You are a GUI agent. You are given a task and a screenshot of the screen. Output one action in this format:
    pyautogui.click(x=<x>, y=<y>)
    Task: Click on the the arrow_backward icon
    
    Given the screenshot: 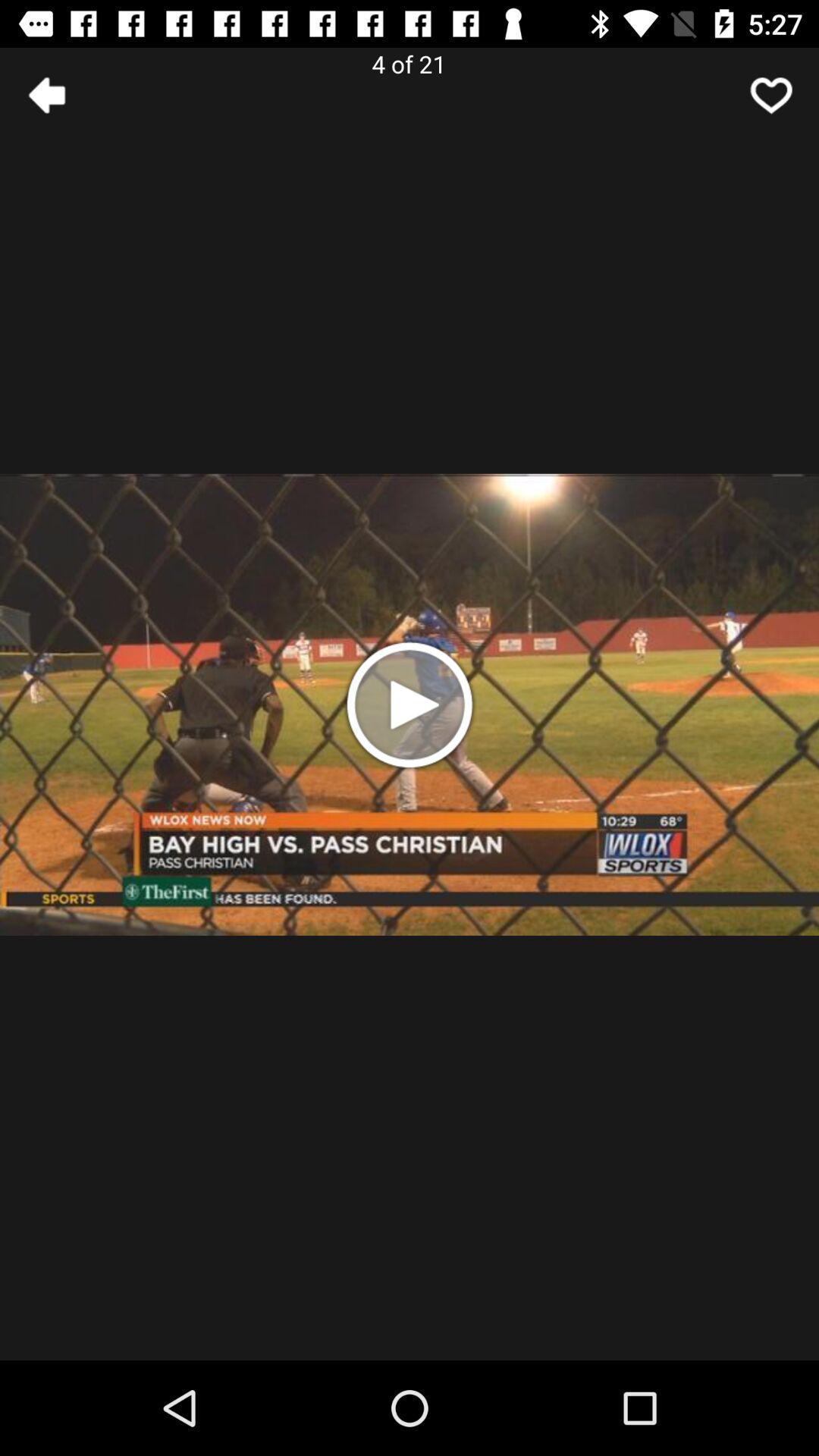 What is the action you would take?
    pyautogui.click(x=46, y=94)
    